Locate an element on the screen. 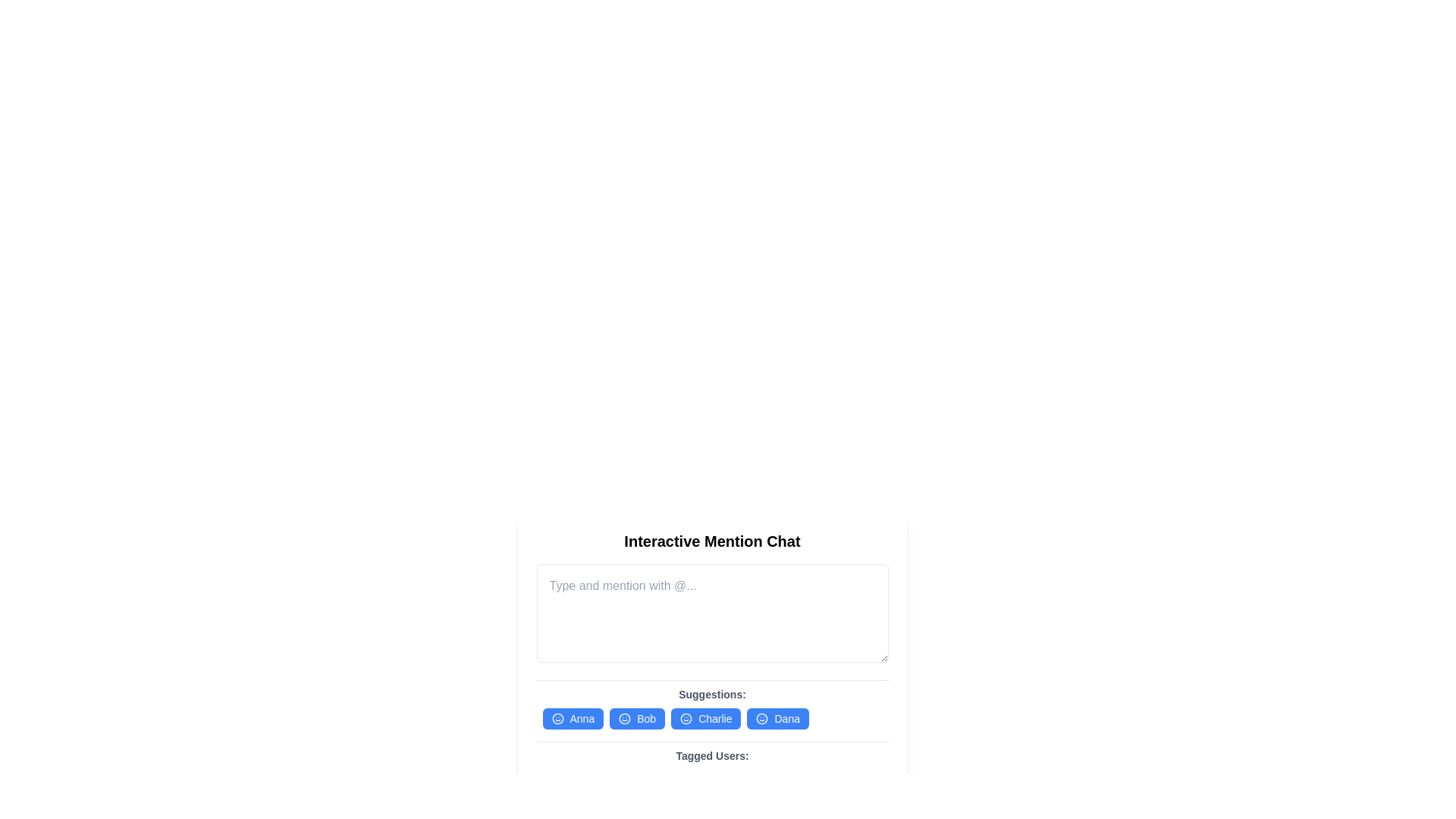 The width and height of the screenshot is (1456, 819). the smile icon located within the 'Charlie' button in the 'Suggestions' section, which symbolizes positivity and friendliness is located at coordinates (686, 718).